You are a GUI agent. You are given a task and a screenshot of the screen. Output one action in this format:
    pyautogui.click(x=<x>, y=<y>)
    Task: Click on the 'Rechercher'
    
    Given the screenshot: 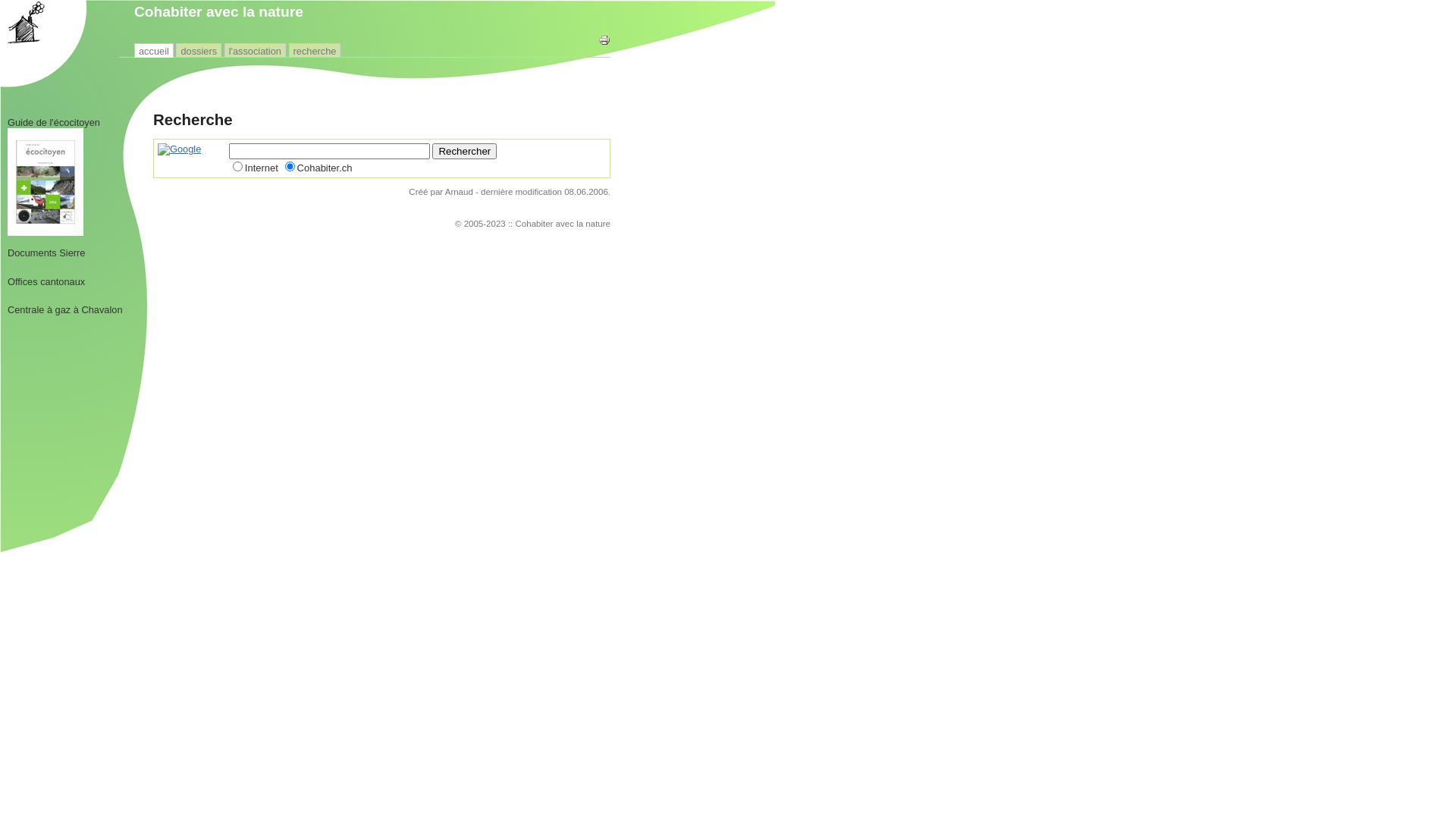 What is the action you would take?
    pyautogui.click(x=431, y=151)
    